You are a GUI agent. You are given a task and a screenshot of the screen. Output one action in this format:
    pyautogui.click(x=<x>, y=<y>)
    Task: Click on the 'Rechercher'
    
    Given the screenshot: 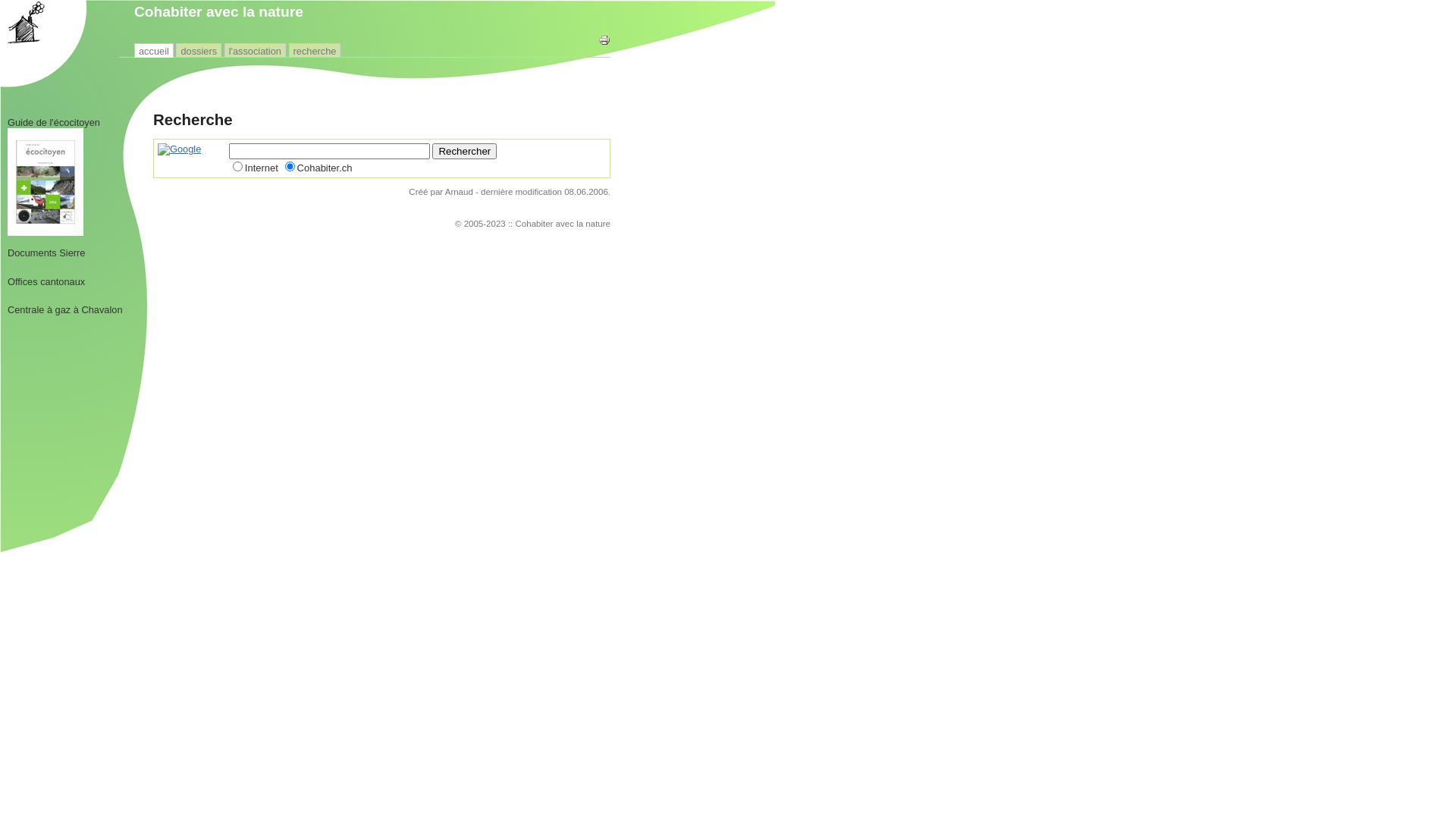 What is the action you would take?
    pyautogui.click(x=431, y=151)
    